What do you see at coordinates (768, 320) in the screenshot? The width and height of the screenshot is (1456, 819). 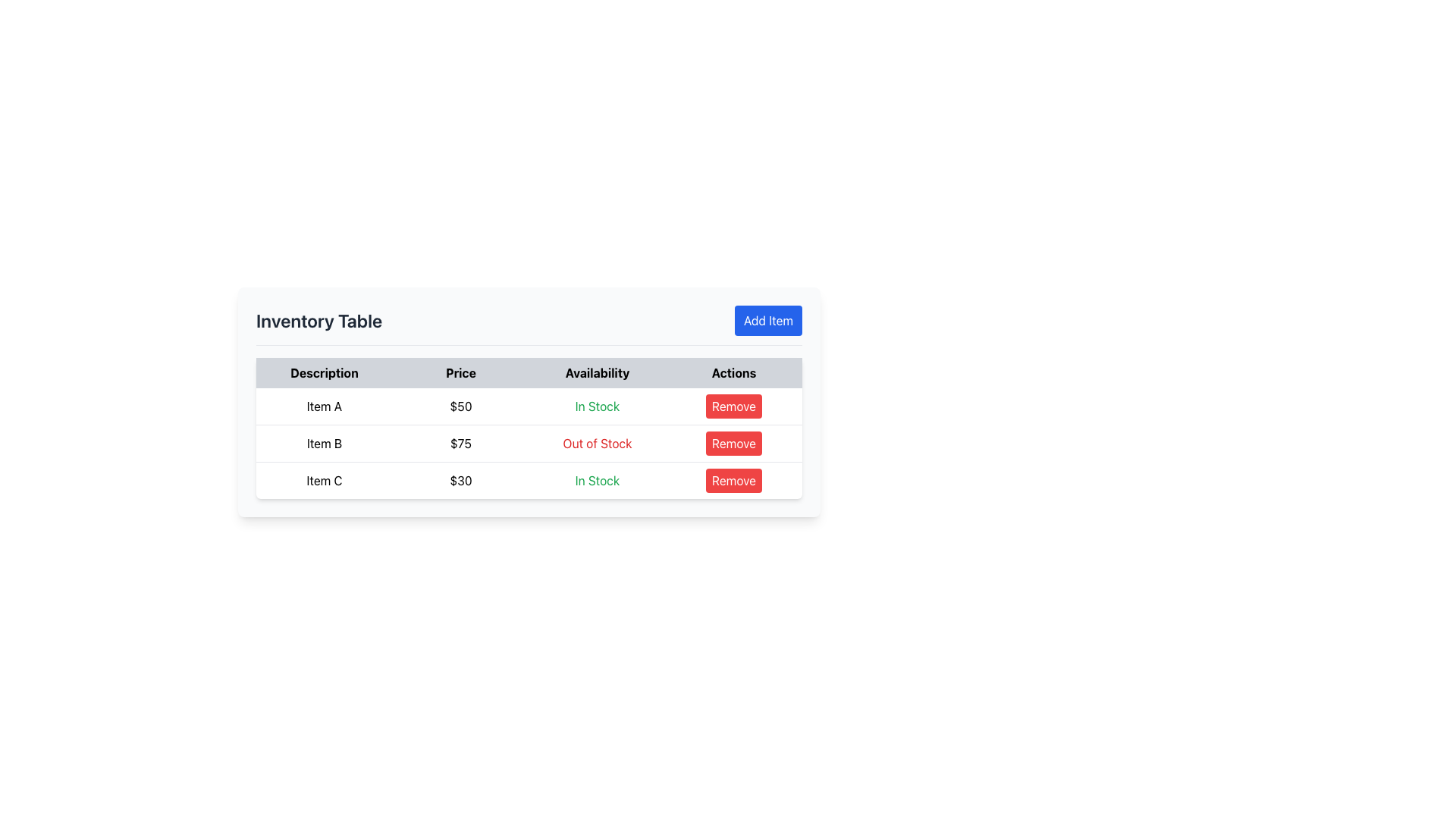 I see `the 'Add New Item' button located at the top-right corner of the 'Inventory Table' panel to initiate the action` at bounding box center [768, 320].